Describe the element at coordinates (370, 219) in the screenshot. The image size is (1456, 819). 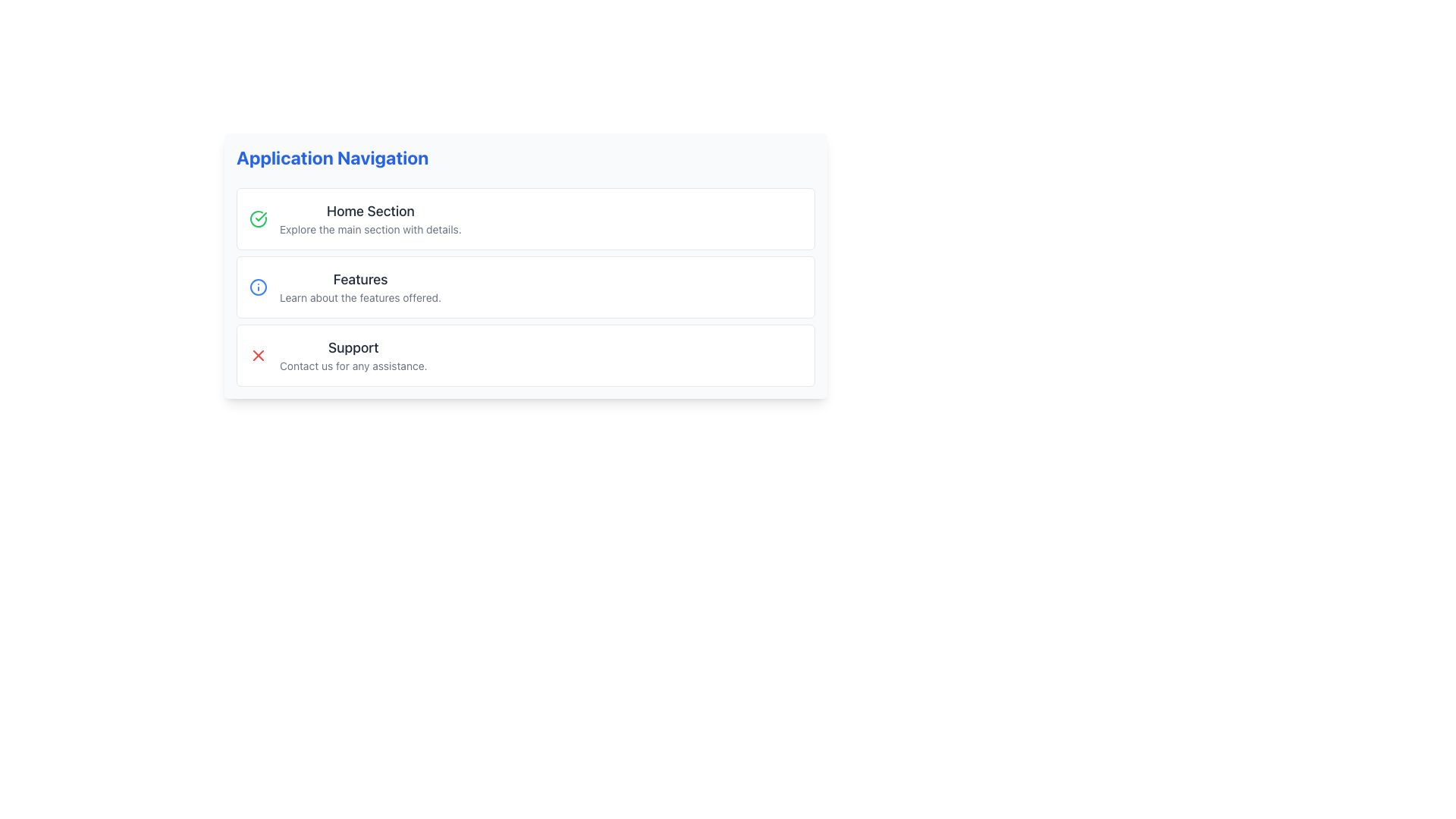
I see `descriptive text located just beneath the 'Application Navigation' title, which provides context for the hyperlink heading` at that location.